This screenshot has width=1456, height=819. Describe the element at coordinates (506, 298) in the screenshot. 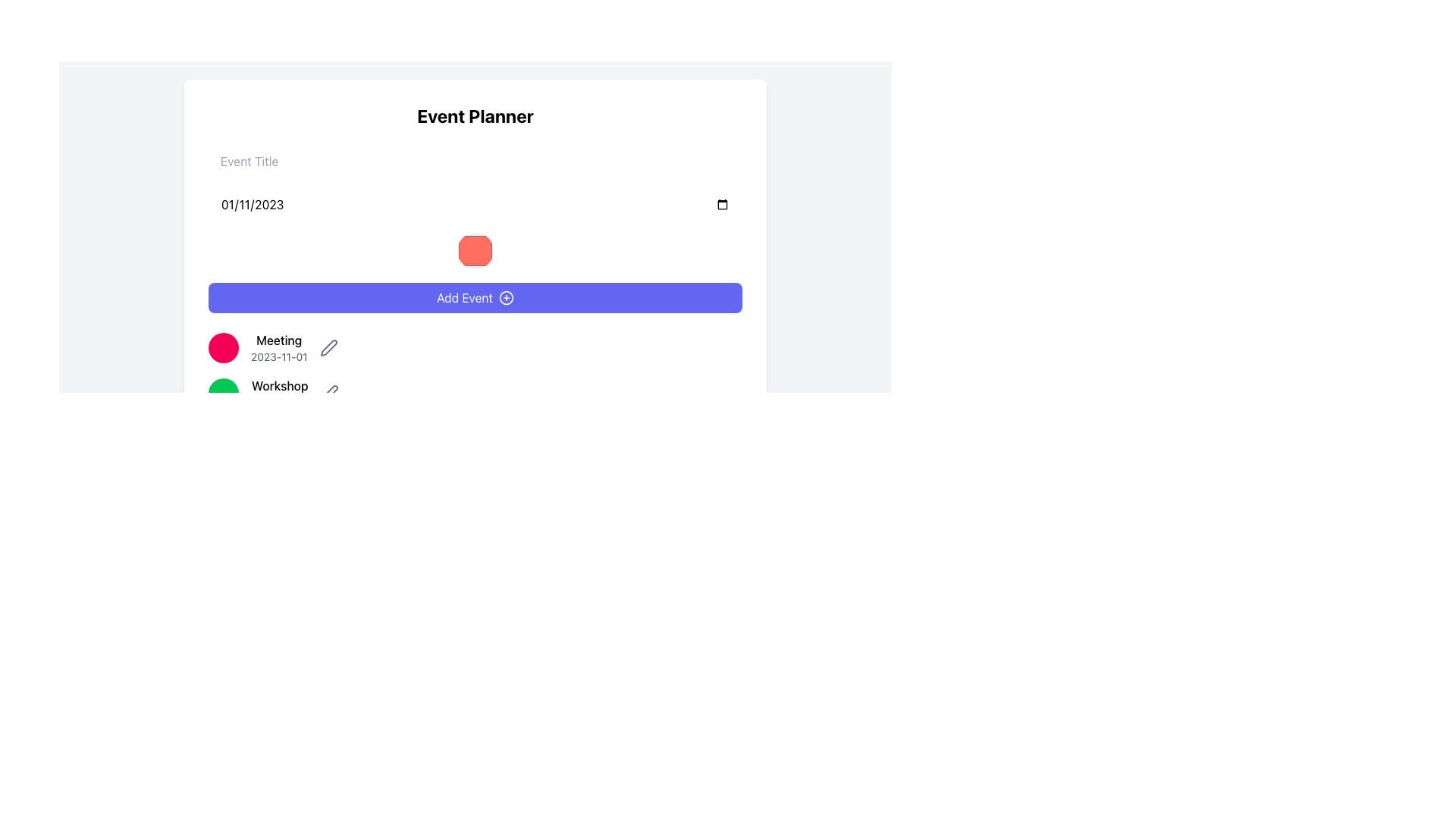

I see `circle with plus sign icon located within the 'Add Event' button for accessibility purposes` at that location.